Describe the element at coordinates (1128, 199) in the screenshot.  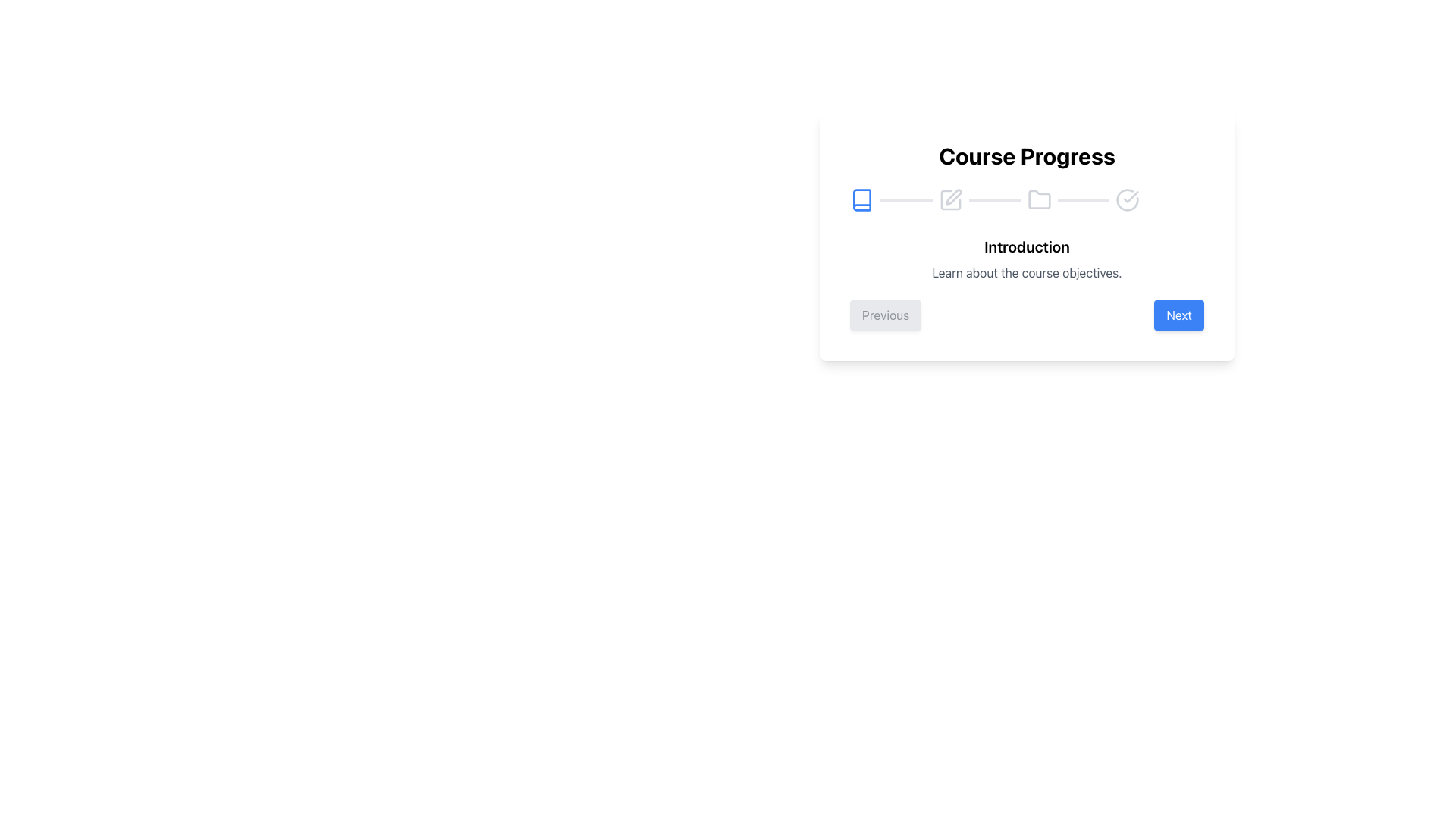
I see `the rightmost icon in the horizontal progress bar that serves as a visual indicator for progress tracking` at that location.